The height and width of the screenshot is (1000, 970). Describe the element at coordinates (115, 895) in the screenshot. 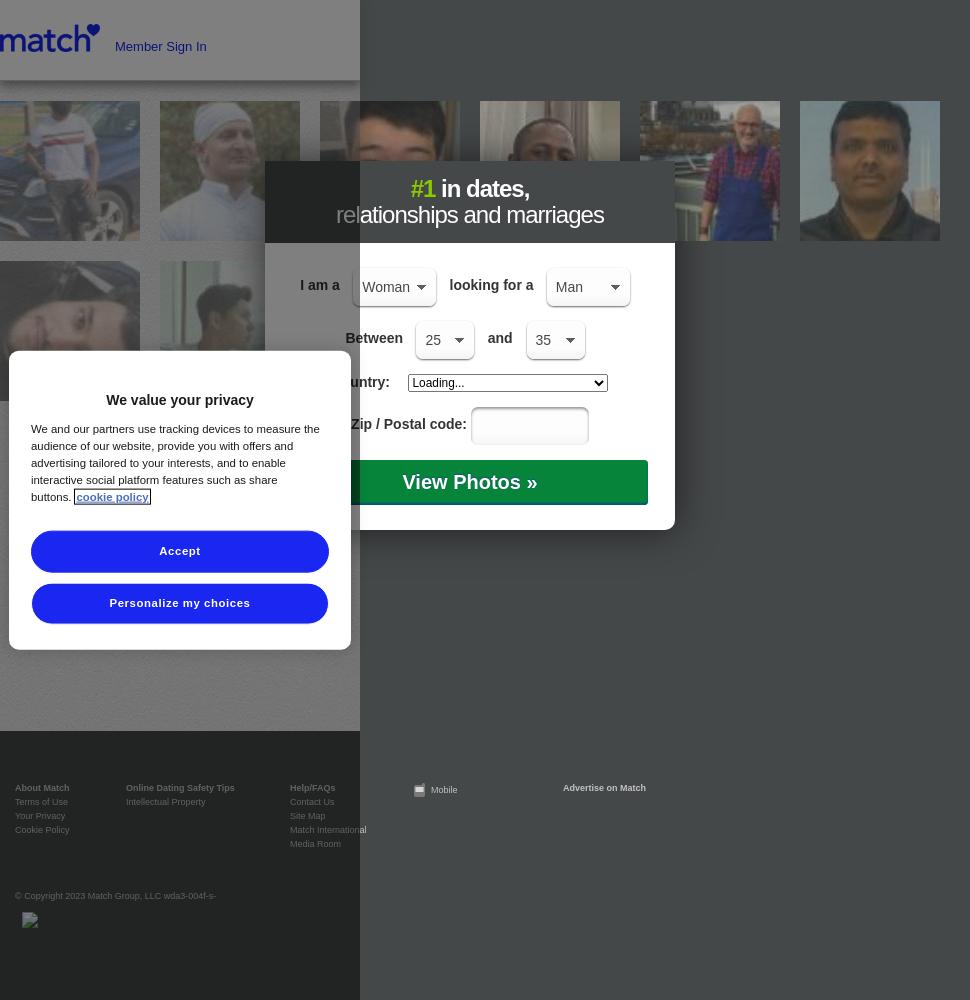

I see `'© Copyright 2023 Match Group, LLC wda3-004f-s-'` at that location.